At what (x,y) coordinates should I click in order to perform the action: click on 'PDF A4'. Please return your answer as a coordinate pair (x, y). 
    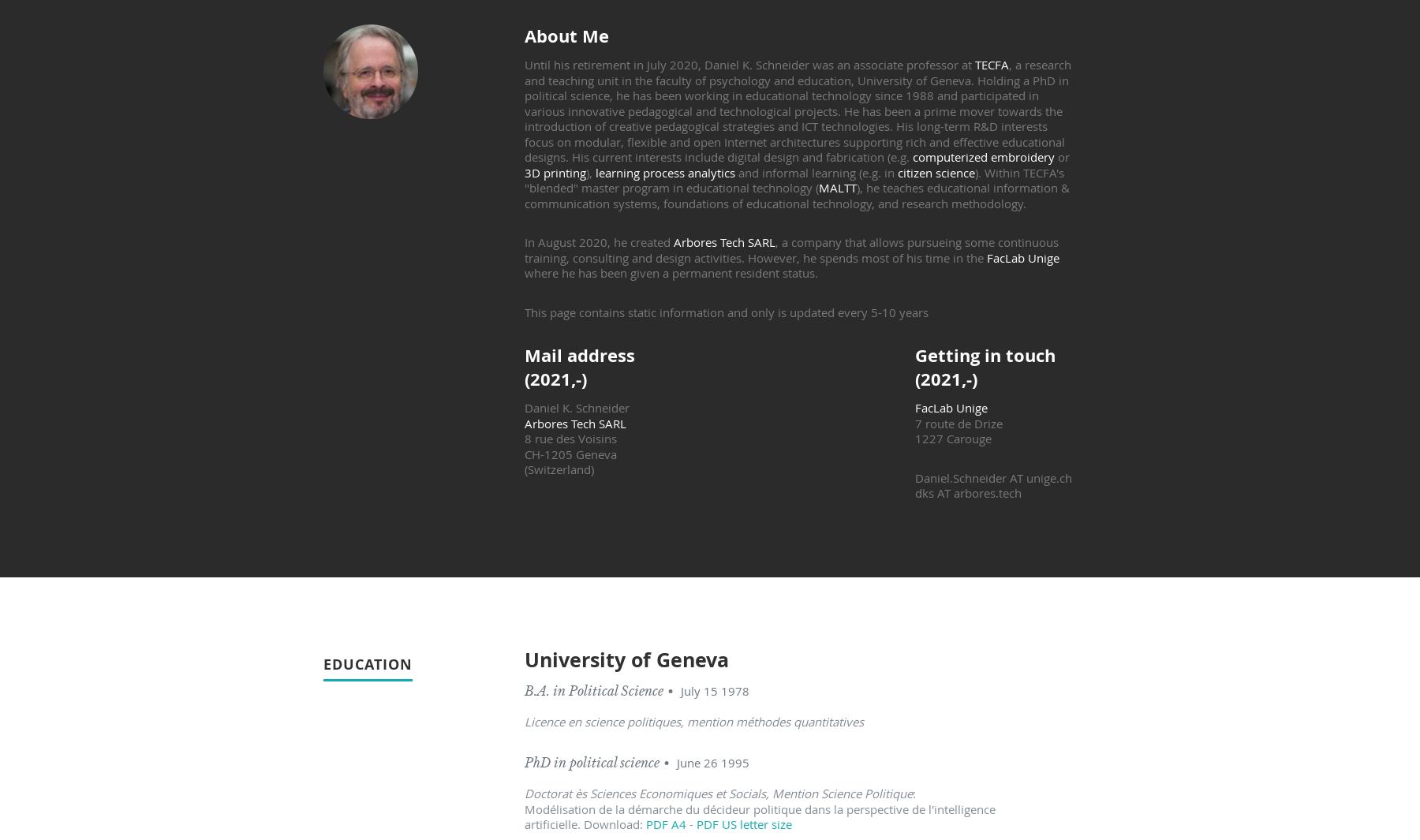
    Looking at the image, I should click on (666, 823).